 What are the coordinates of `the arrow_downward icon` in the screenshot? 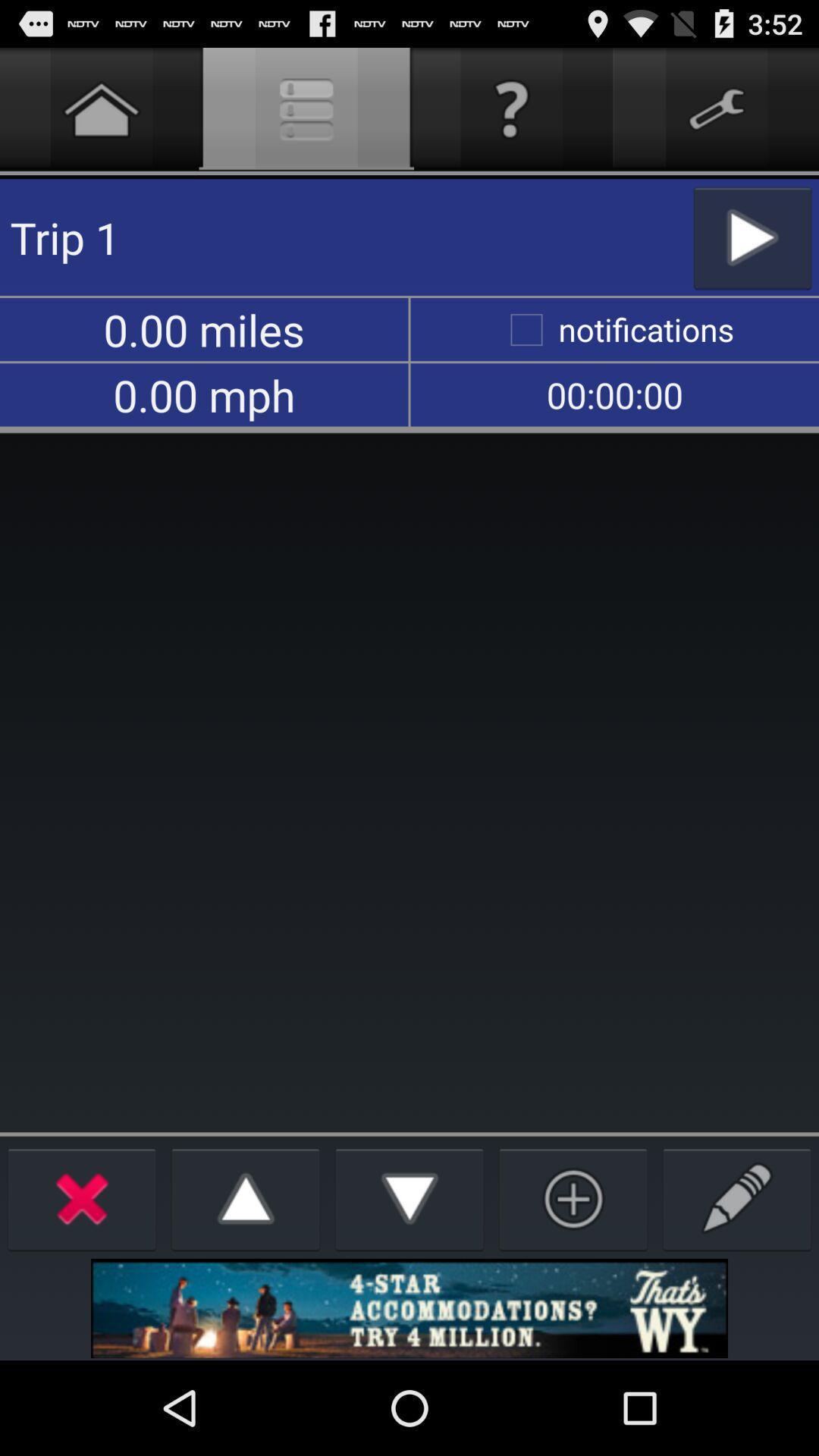 It's located at (409, 1282).